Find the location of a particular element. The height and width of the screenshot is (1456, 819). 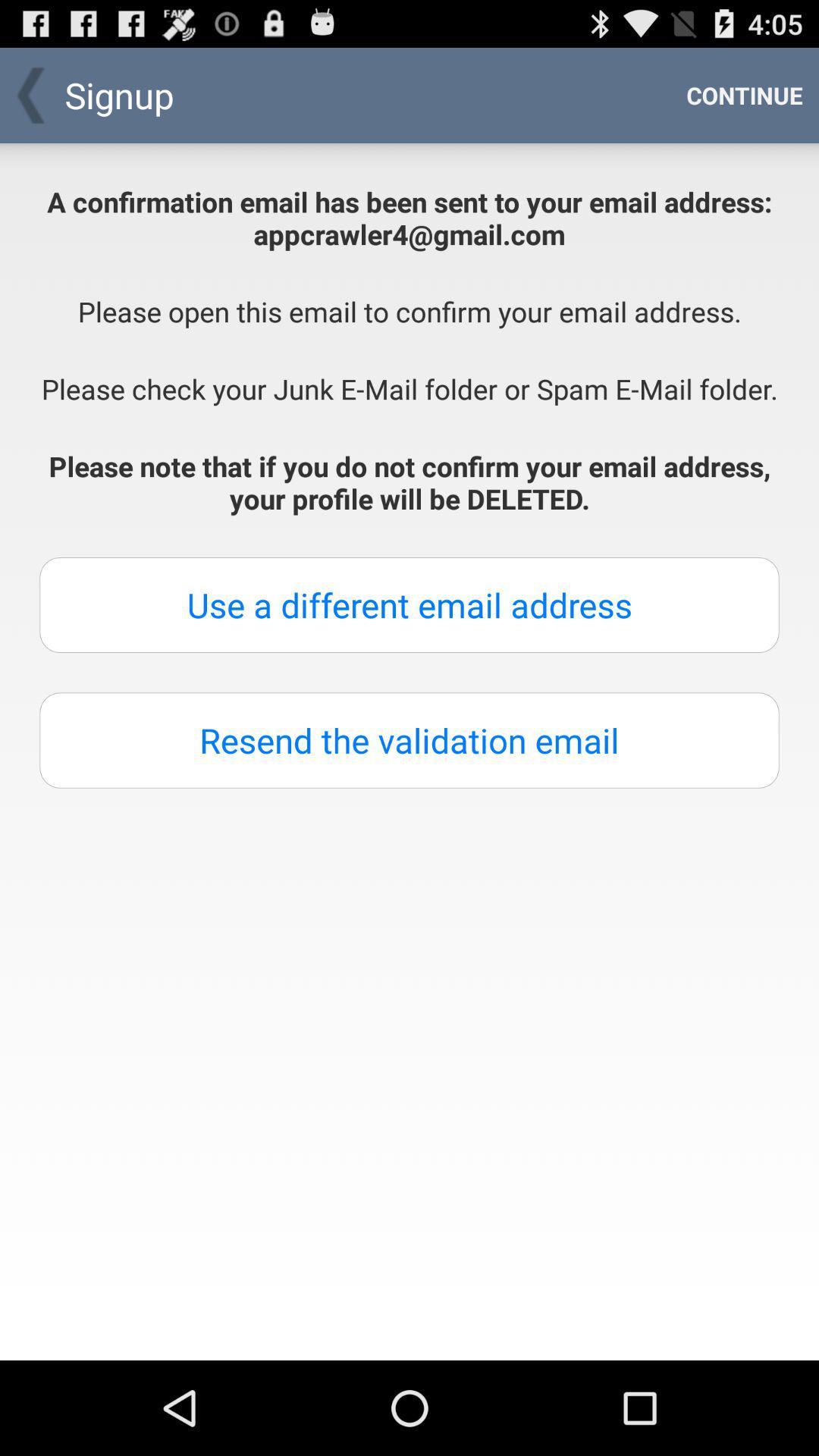

button below the use a different button is located at coordinates (409, 740).